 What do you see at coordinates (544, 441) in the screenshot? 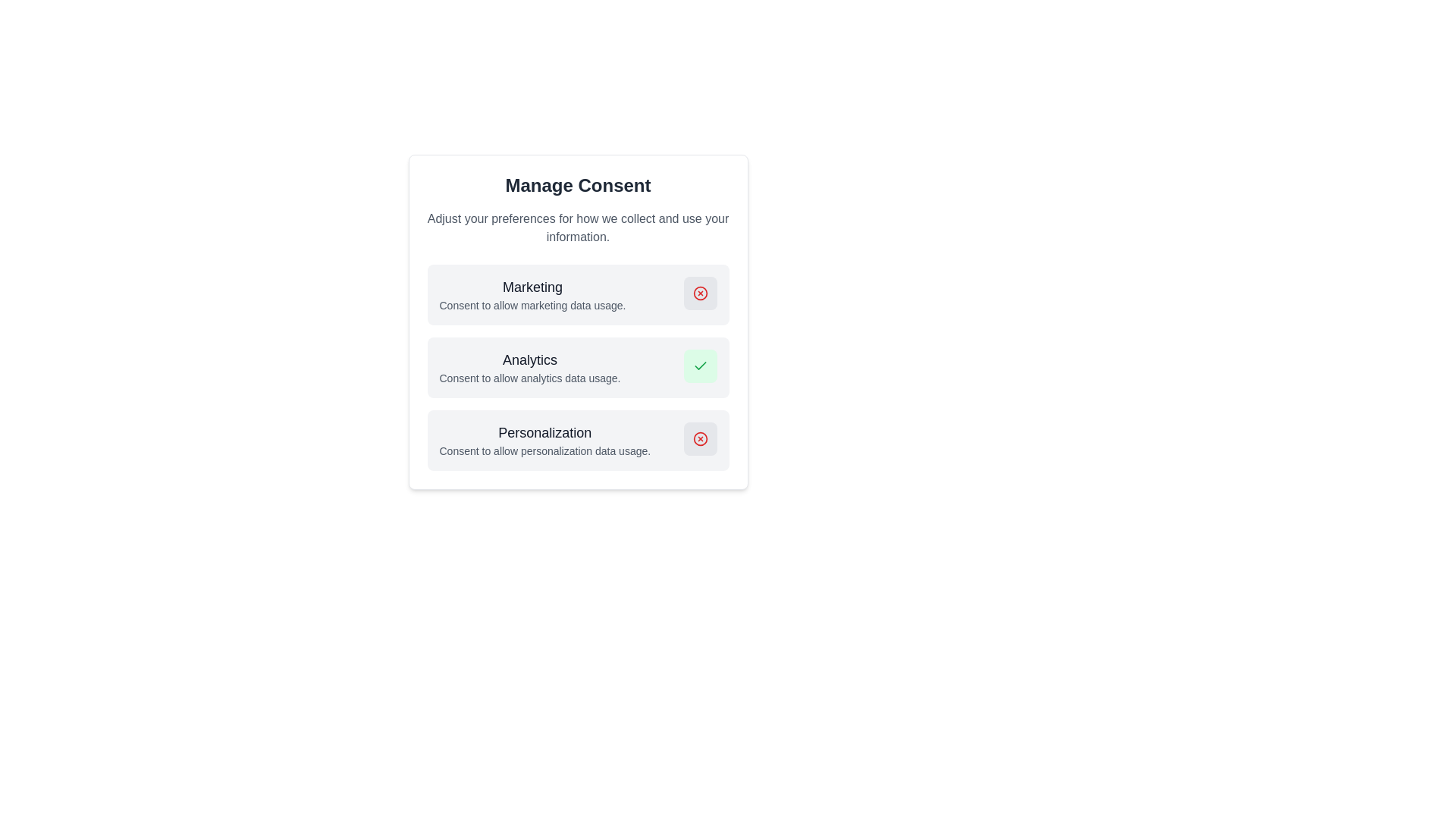
I see `the static text component that provides information about data usage consent for personalization, located in the 'Manage Consent' section, below the 'Analytics' card` at bounding box center [544, 441].